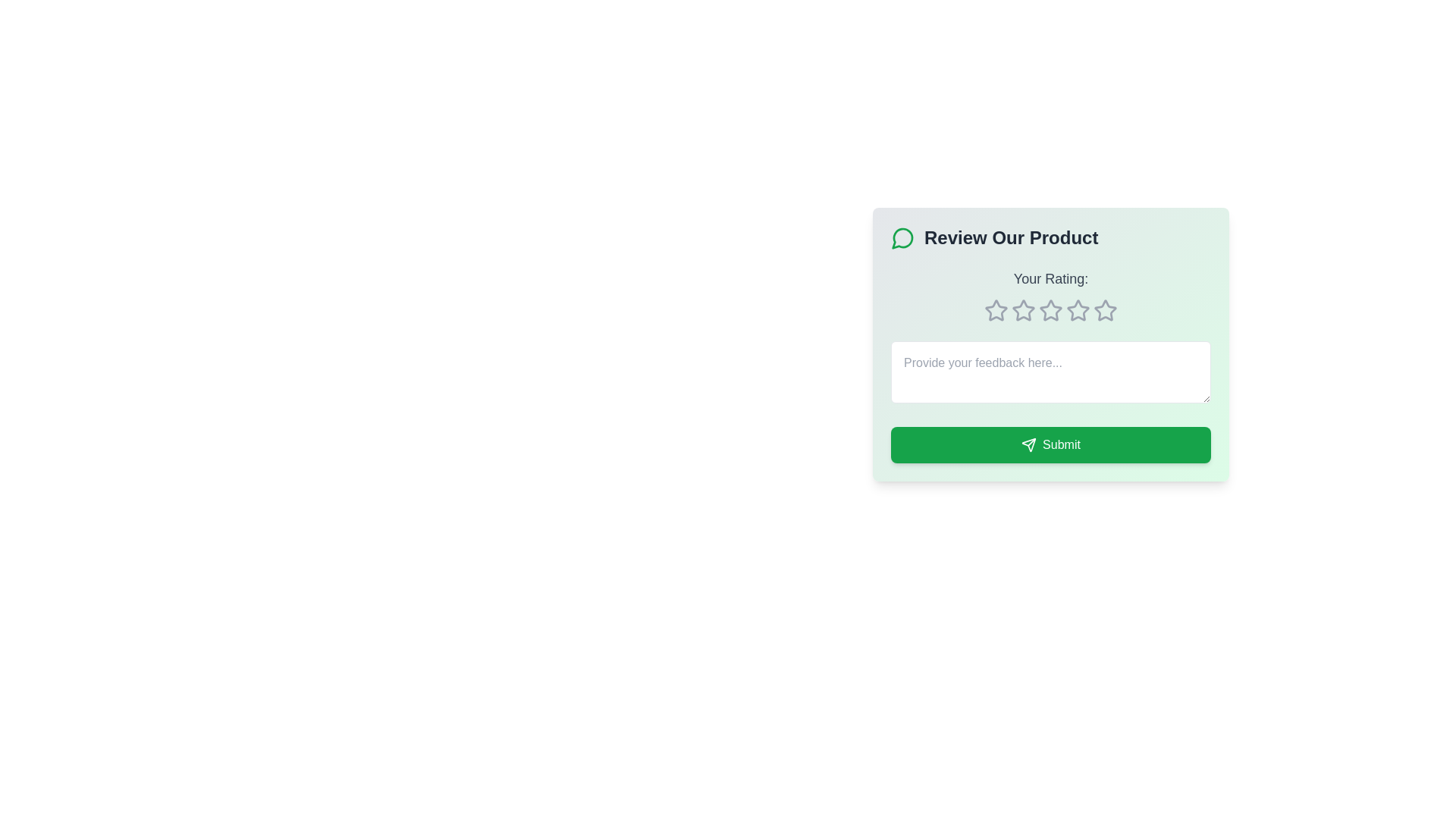  Describe the element at coordinates (1050, 237) in the screenshot. I see `the Text Label with Icon at the top of the product review card, which is the first visual element above the 'Your Rating:' section` at that location.